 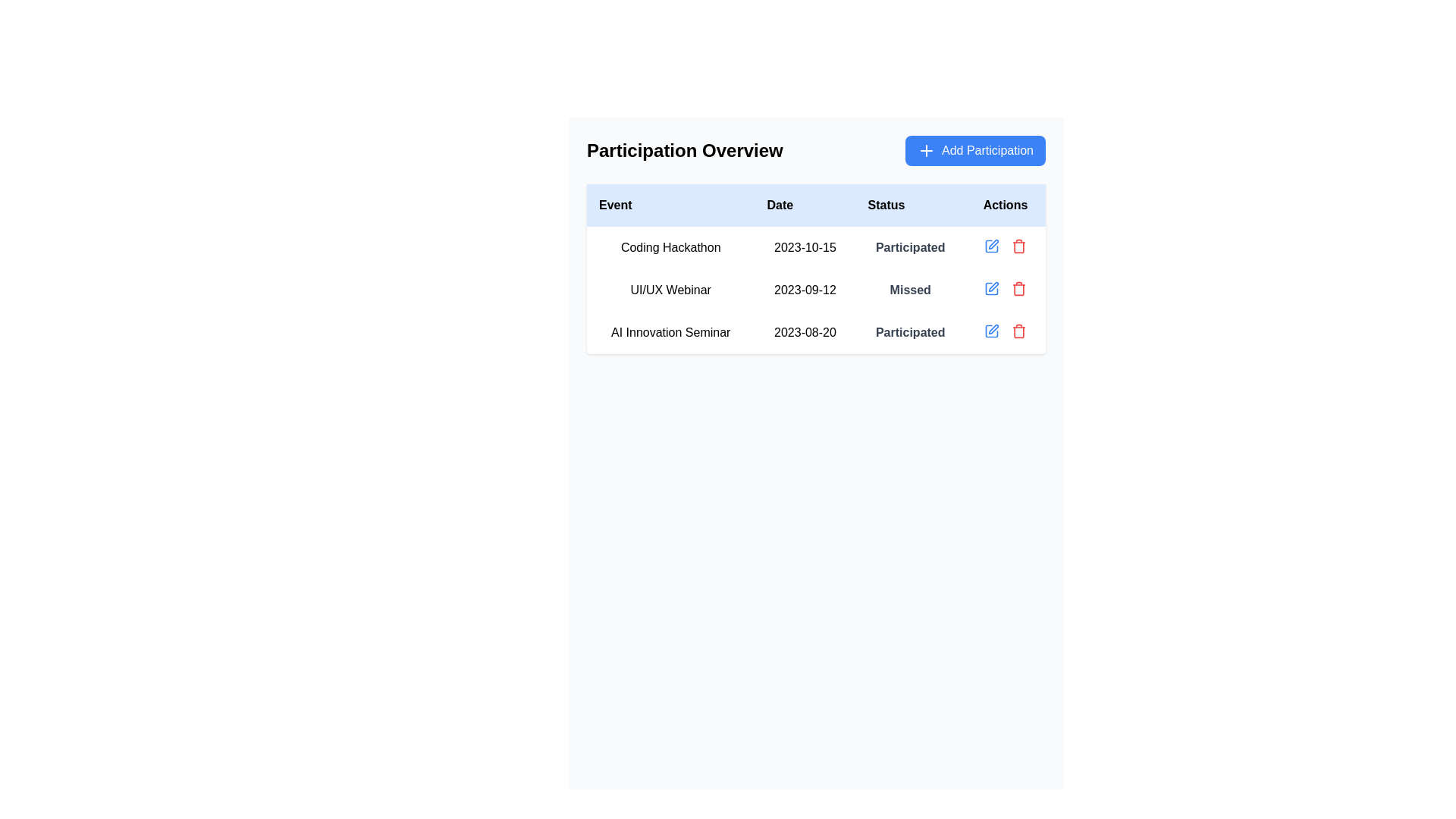 I want to click on the second row of the 'Participation Overview' table, which contains details about 'UI/UX Webinar', so click(x=815, y=290).